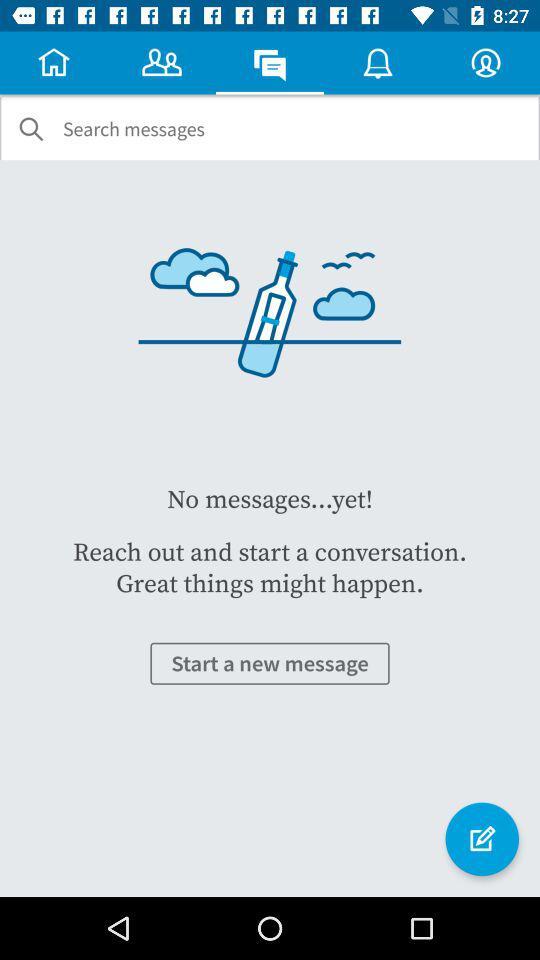  Describe the element at coordinates (30, 128) in the screenshot. I see `item next to search messages` at that location.